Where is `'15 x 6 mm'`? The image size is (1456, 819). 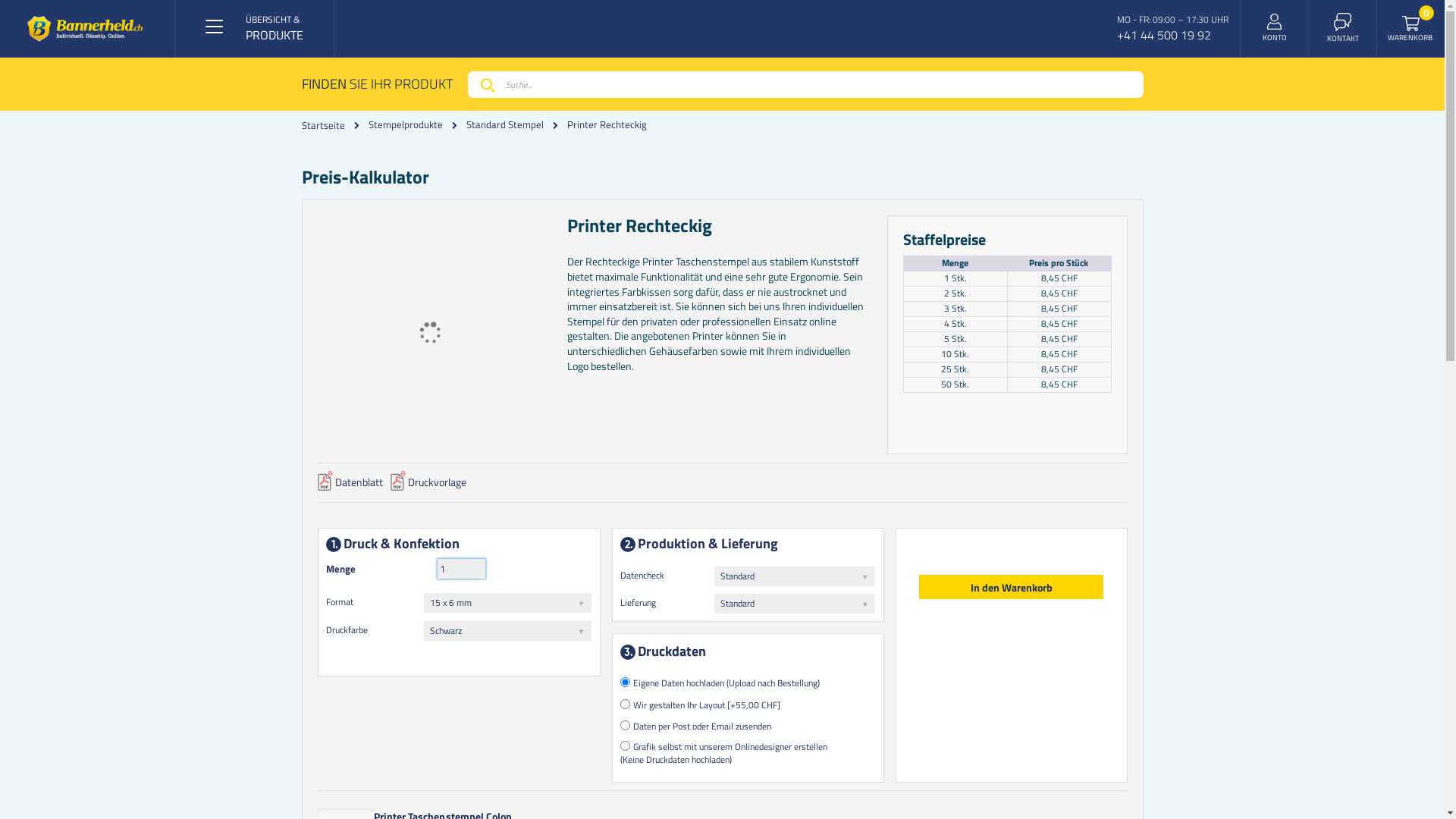
'15 x 6 mm' is located at coordinates (507, 601).